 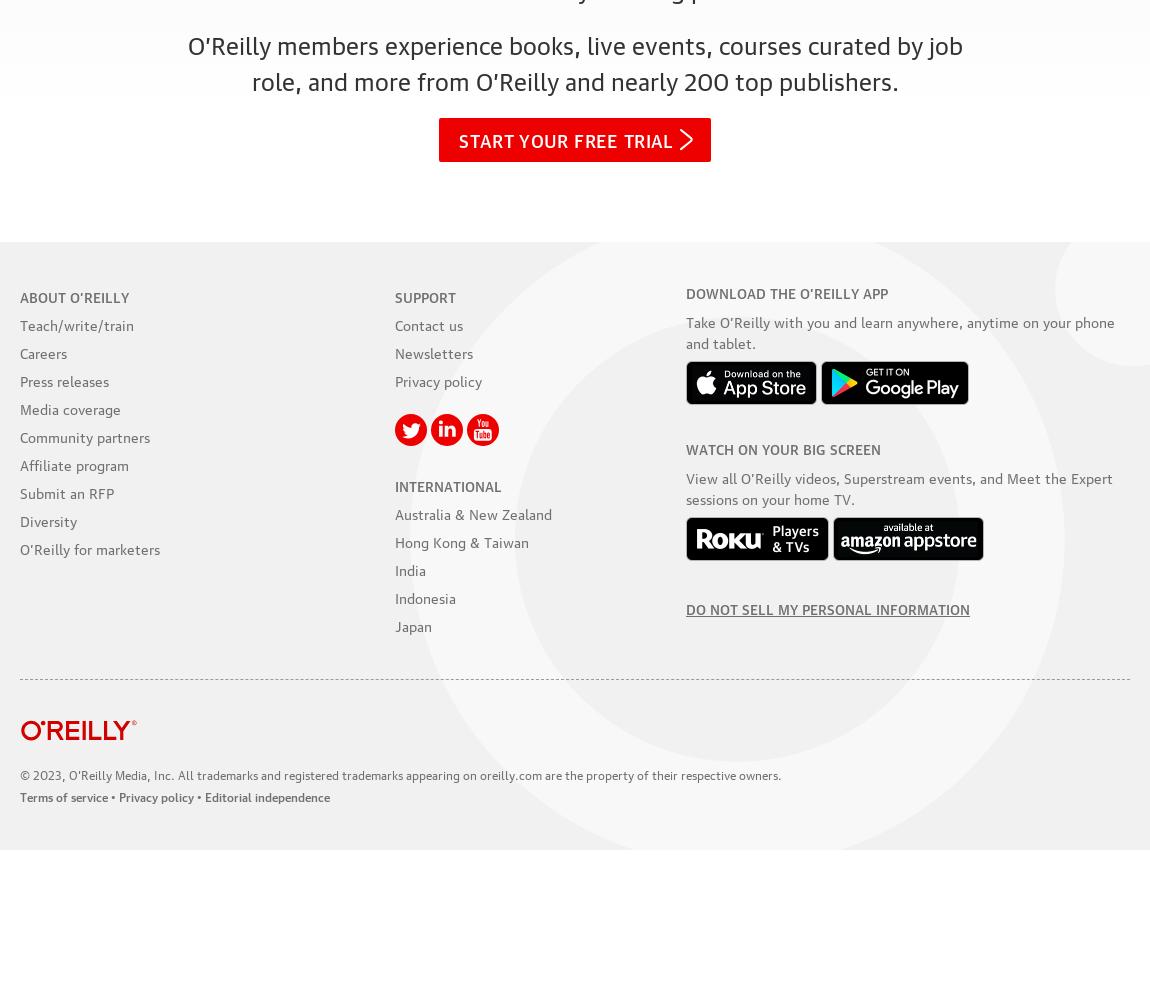 I want to click on 'Careers', so click(x=42, y=350).